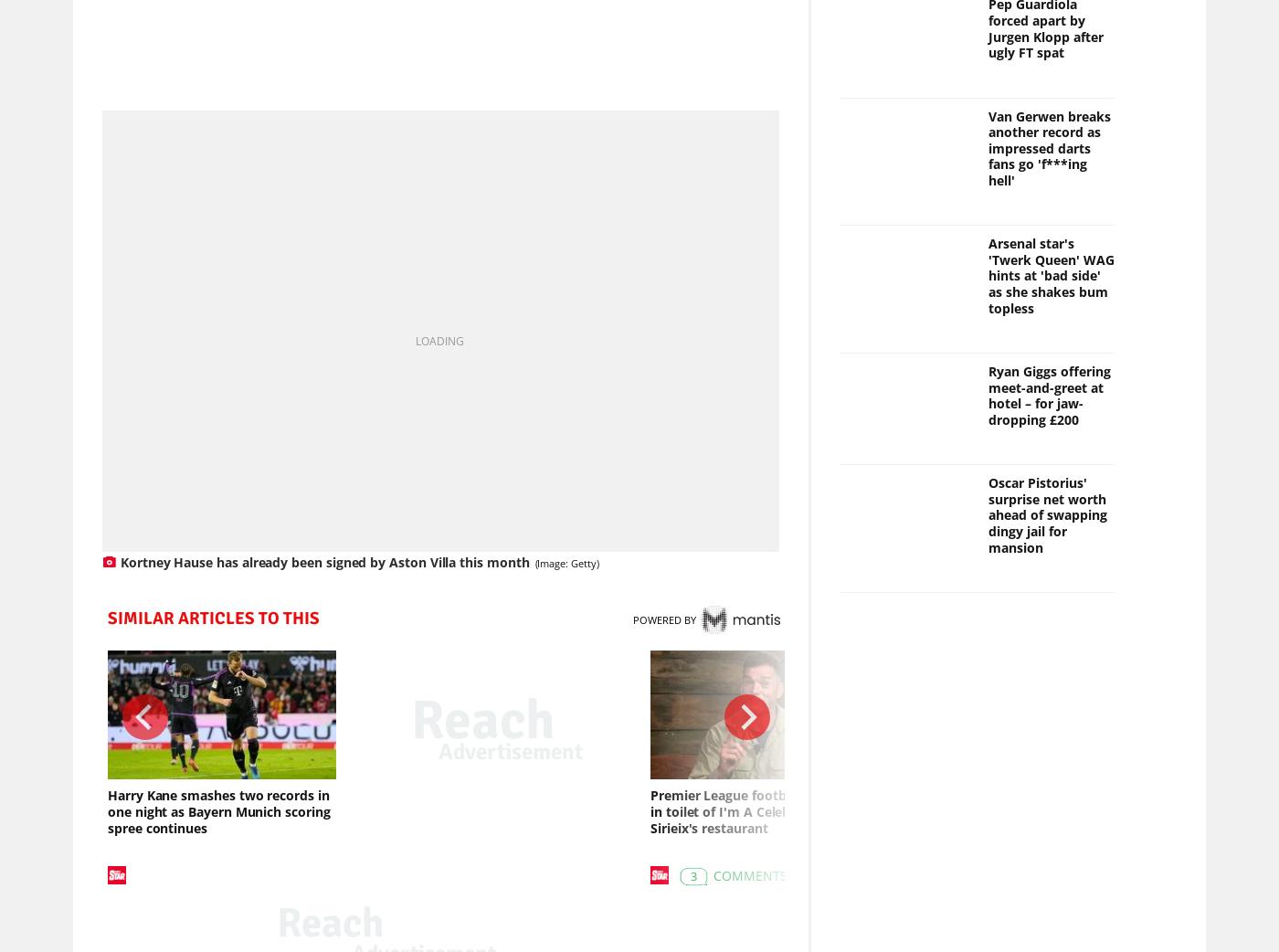 The height and width of the screenshot is (952, 1279). I want to click on 'Premier League footballer had sex in toilet of I'm A Celeb star Fred Sirieix's restaurant', so click(756, 813).